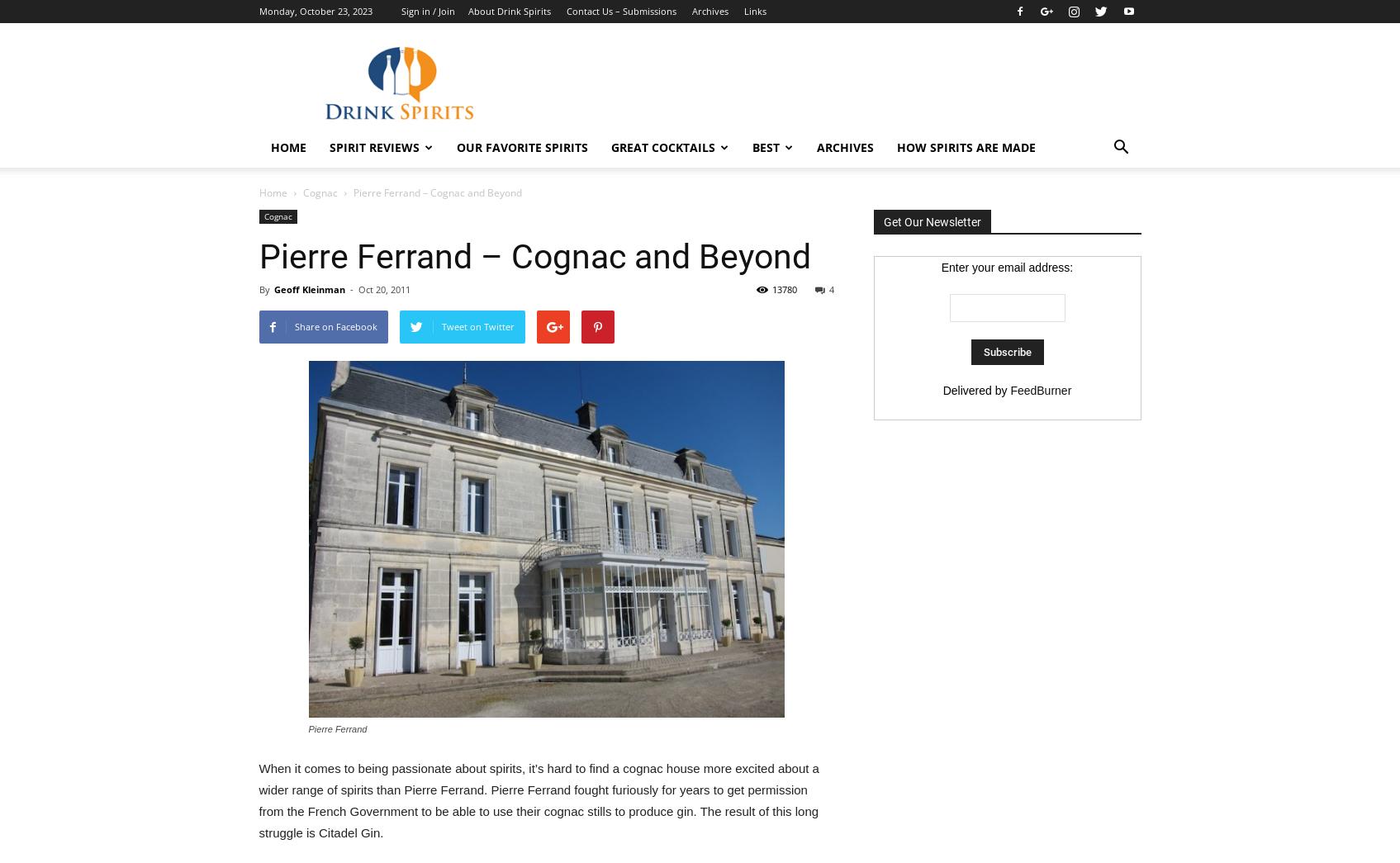  Describe the element at coordinates (337, 729) in the screenshot. I see `'Pierre Ferrand'` at that location.